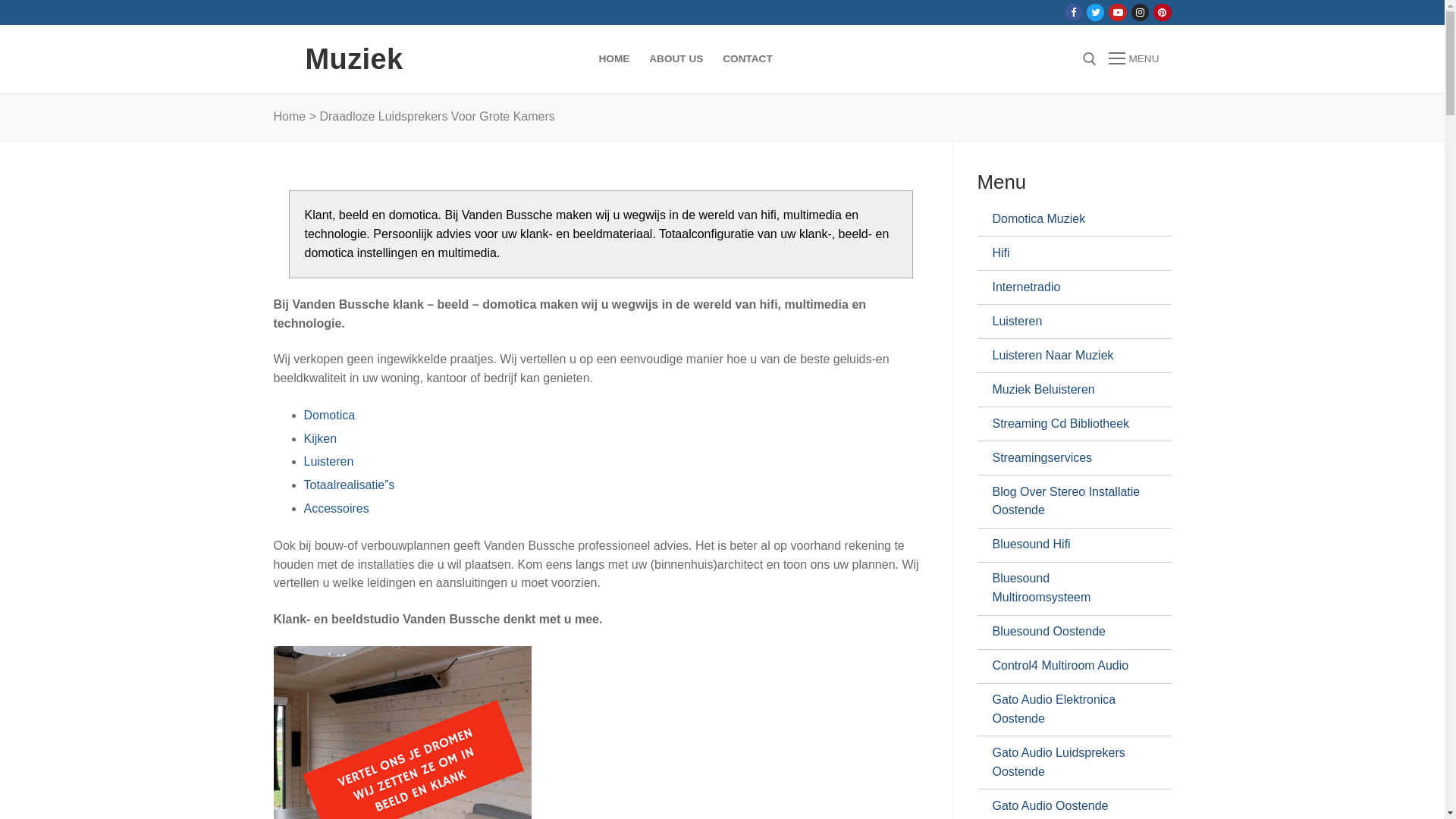  Describe the element at coordinates (319, 438) in the screenshot. I see `'Kijken'` at that location.